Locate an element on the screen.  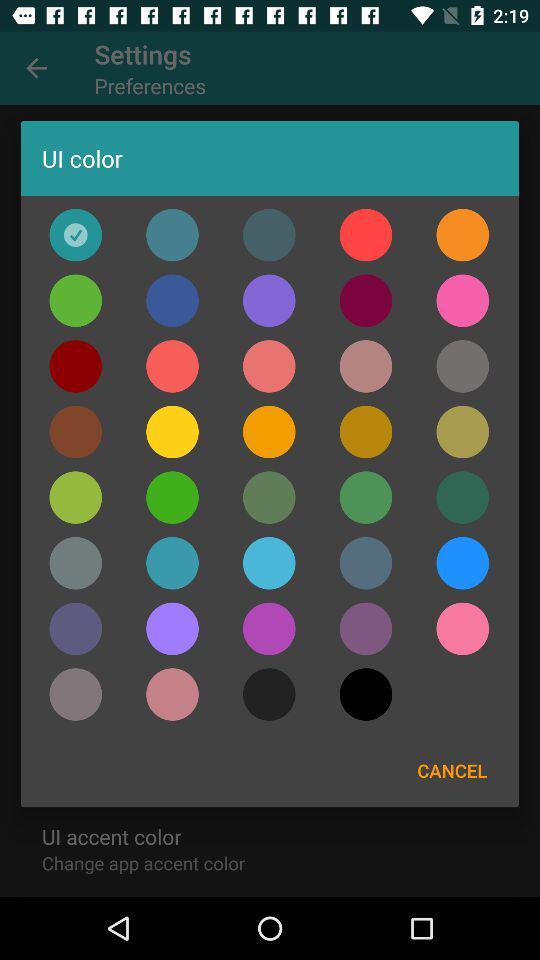
go back is located at coordinates (74, 299).